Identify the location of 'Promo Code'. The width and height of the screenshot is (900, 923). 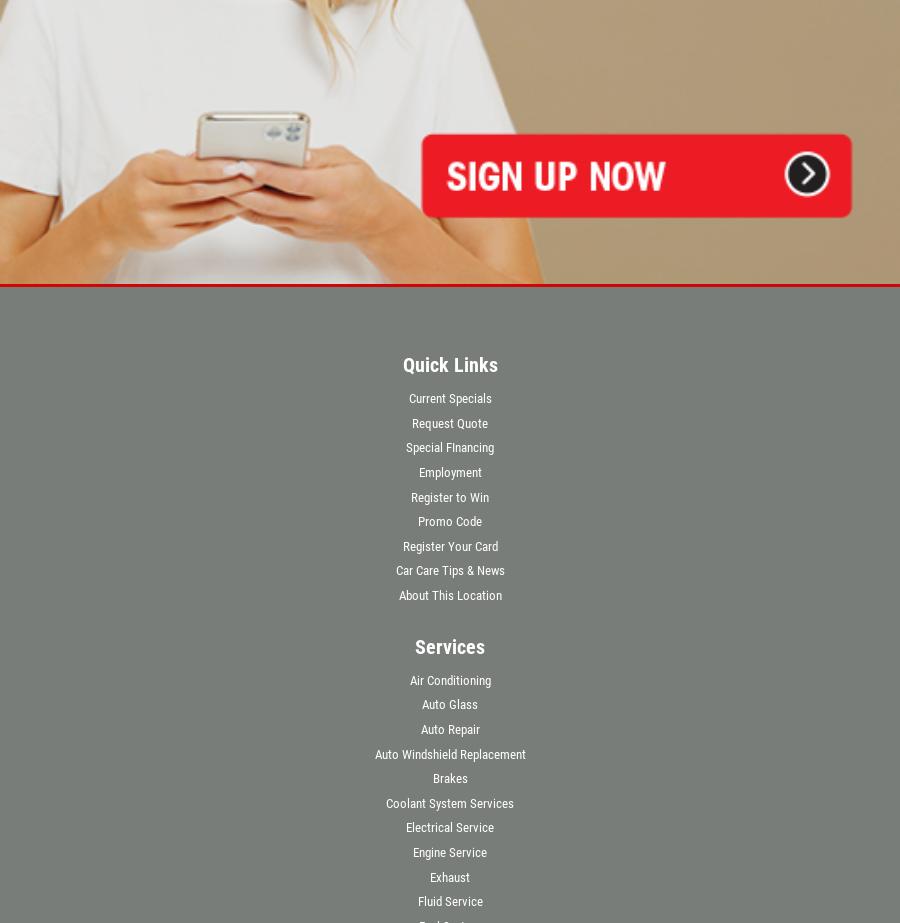
(450, 520).